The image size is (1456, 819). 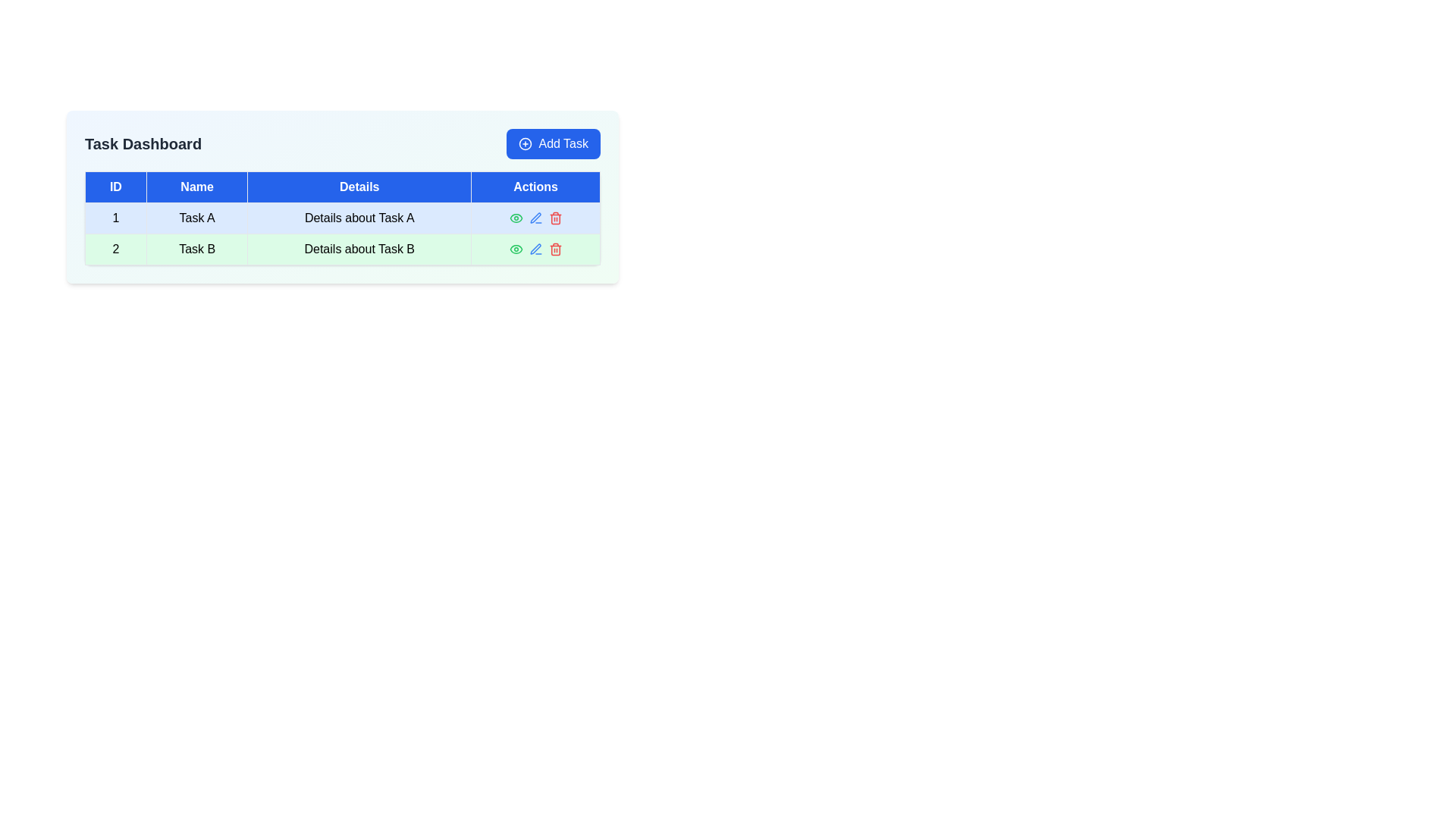 What do you see at coordinates (526, 143) in the screenshot?
I see `the decorative '+' icon located within the 'Add Task' button at the top-right corner of the card interface` at bounding box center [526, 143].